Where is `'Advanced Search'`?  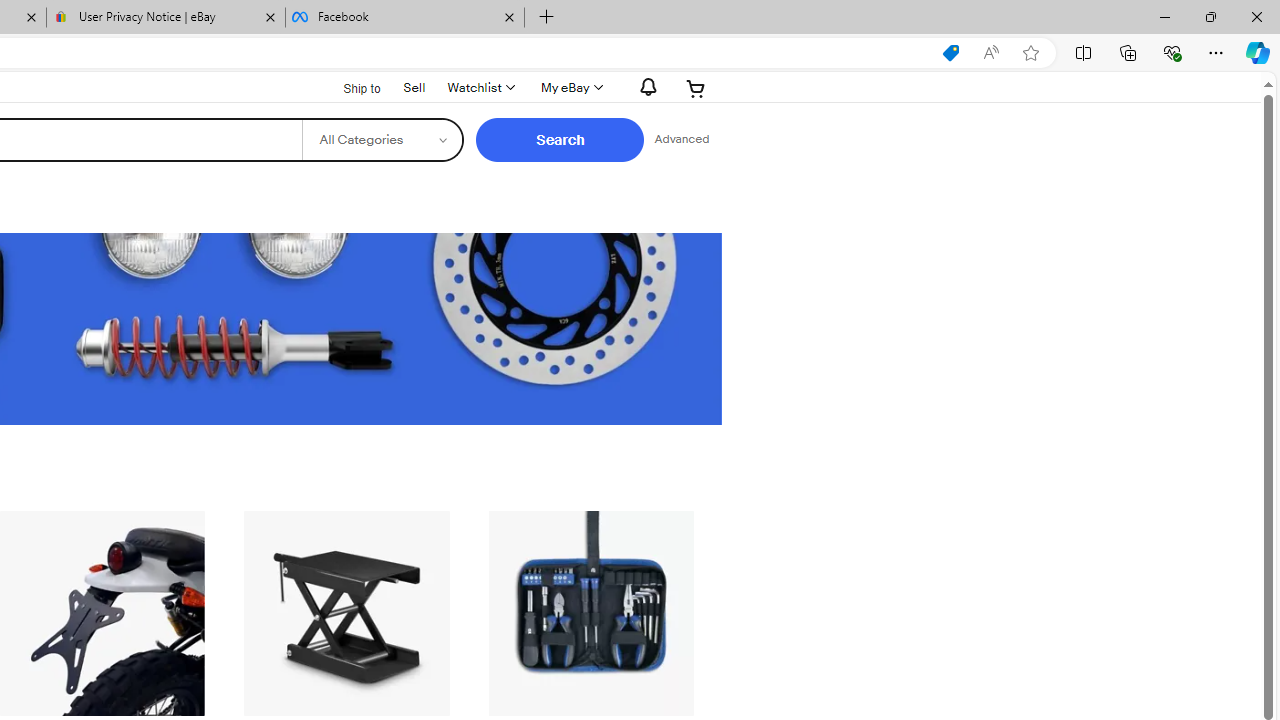 'Advanced Search' is located at coordinates (681, 139).